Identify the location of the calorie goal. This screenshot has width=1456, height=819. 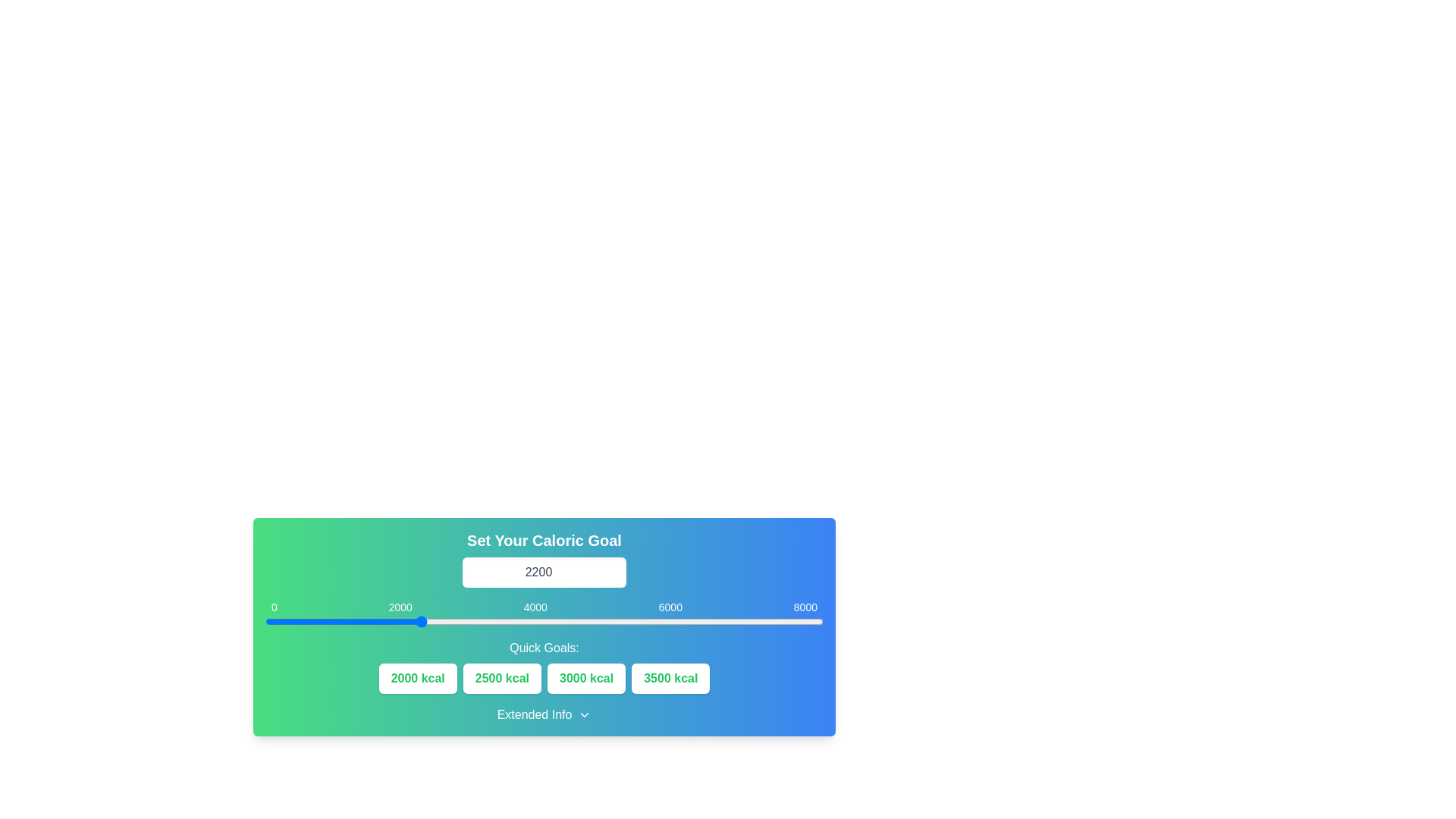
(688, 622).